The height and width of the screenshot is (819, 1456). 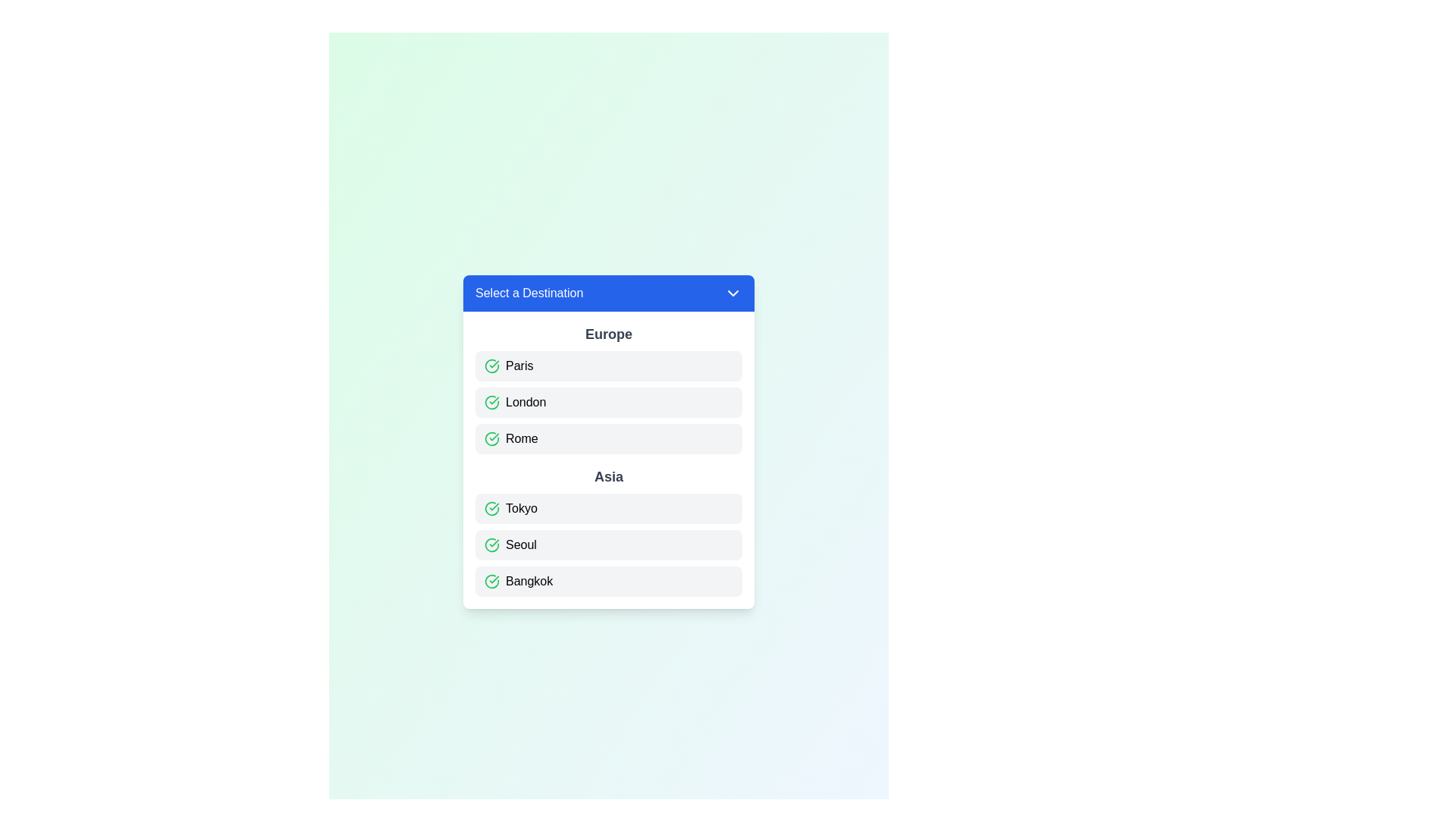 I want to click on the selectable option 'London' within the dropdown menu, which is the second clickable row under the 'Europe' section, so click(x=608, y=402).